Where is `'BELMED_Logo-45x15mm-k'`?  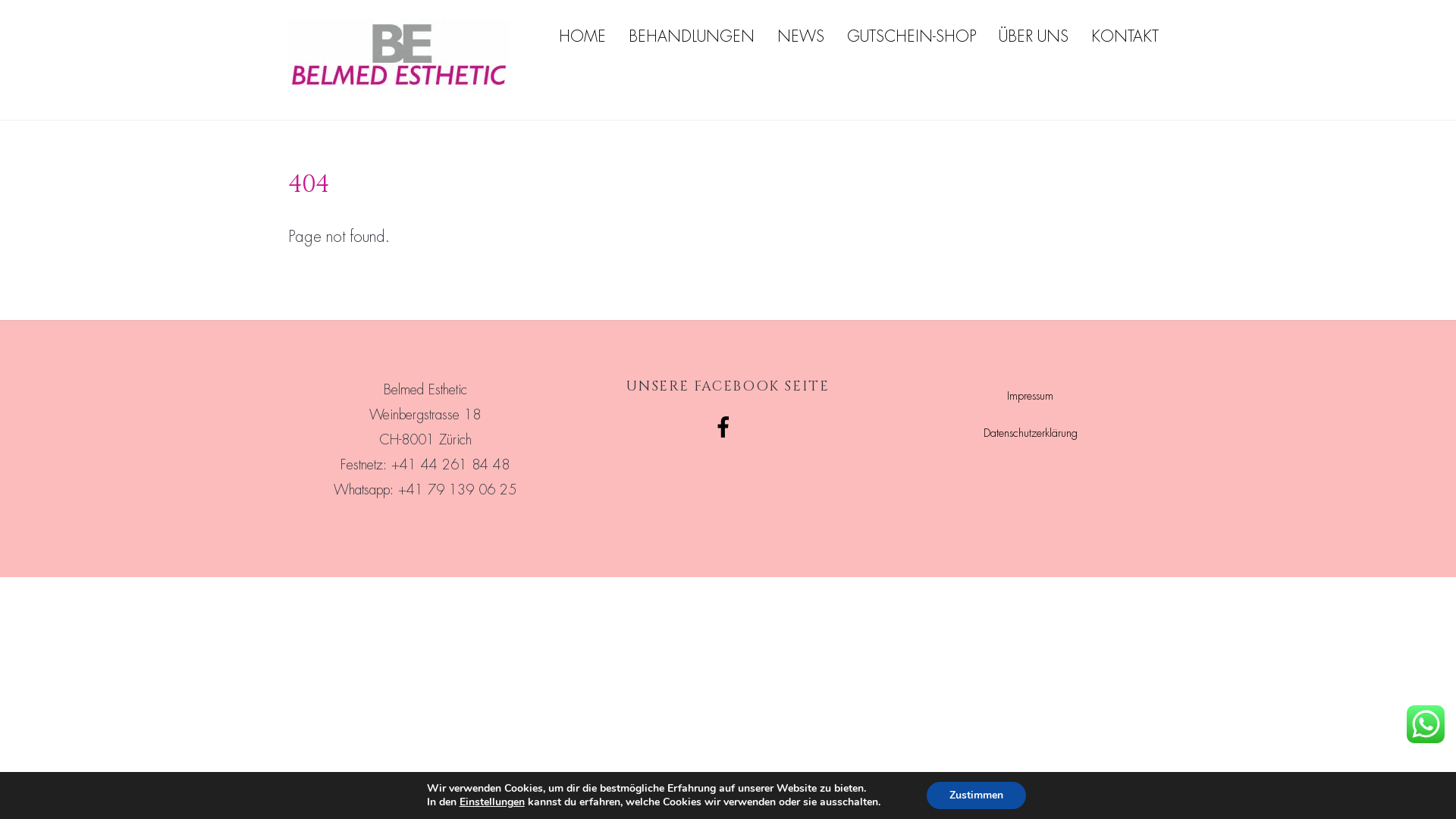
'BELMED_Logo-45x15mm-k' is located at coordinates (399, 55).